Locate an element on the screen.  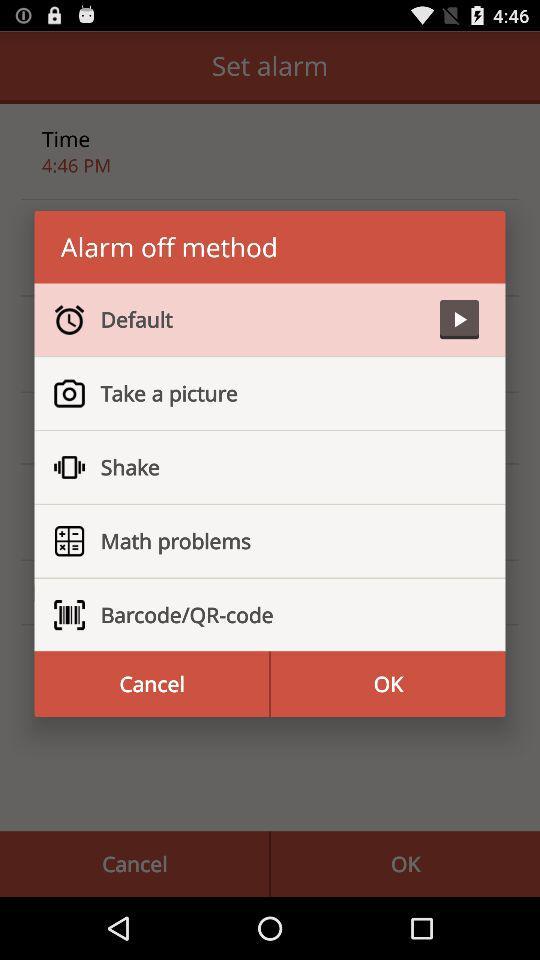
app next to default icon is located at coordinates (459, 319).